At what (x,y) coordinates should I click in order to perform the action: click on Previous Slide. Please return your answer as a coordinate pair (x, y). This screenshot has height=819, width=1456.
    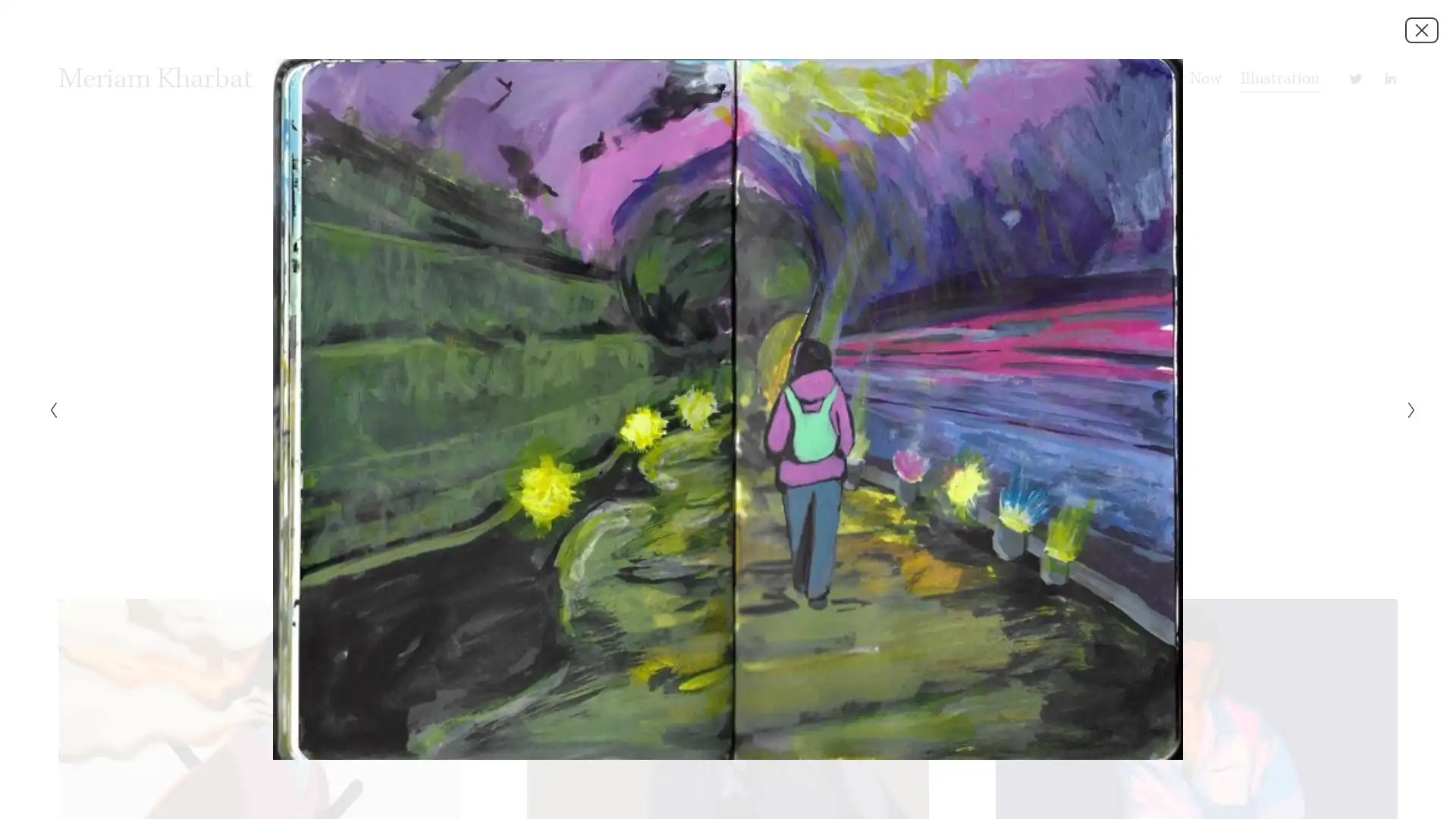
    Looking at the image, I should click on (48, 409).